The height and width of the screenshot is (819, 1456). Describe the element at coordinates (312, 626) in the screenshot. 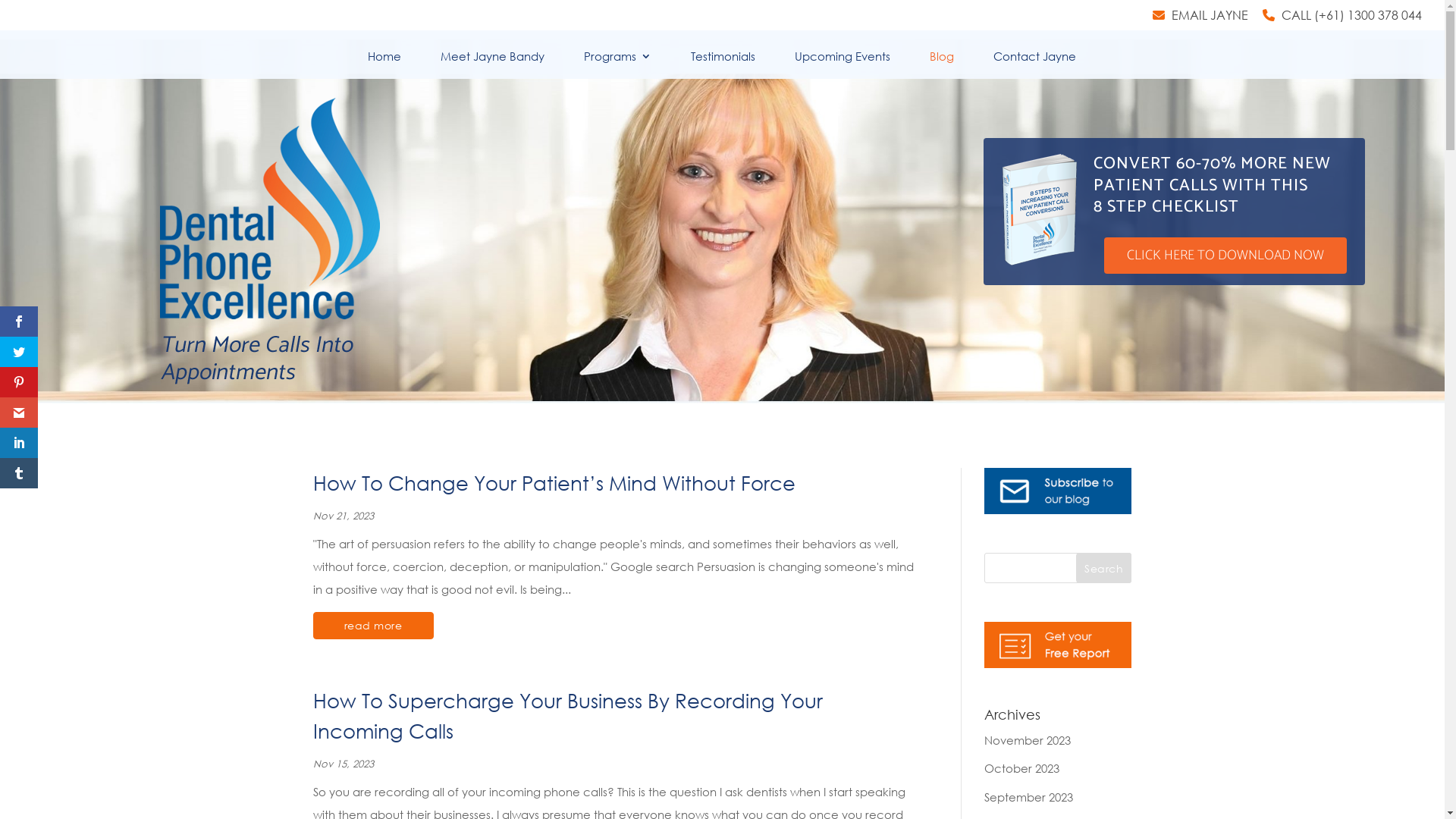

I see `'read more'` at that location.